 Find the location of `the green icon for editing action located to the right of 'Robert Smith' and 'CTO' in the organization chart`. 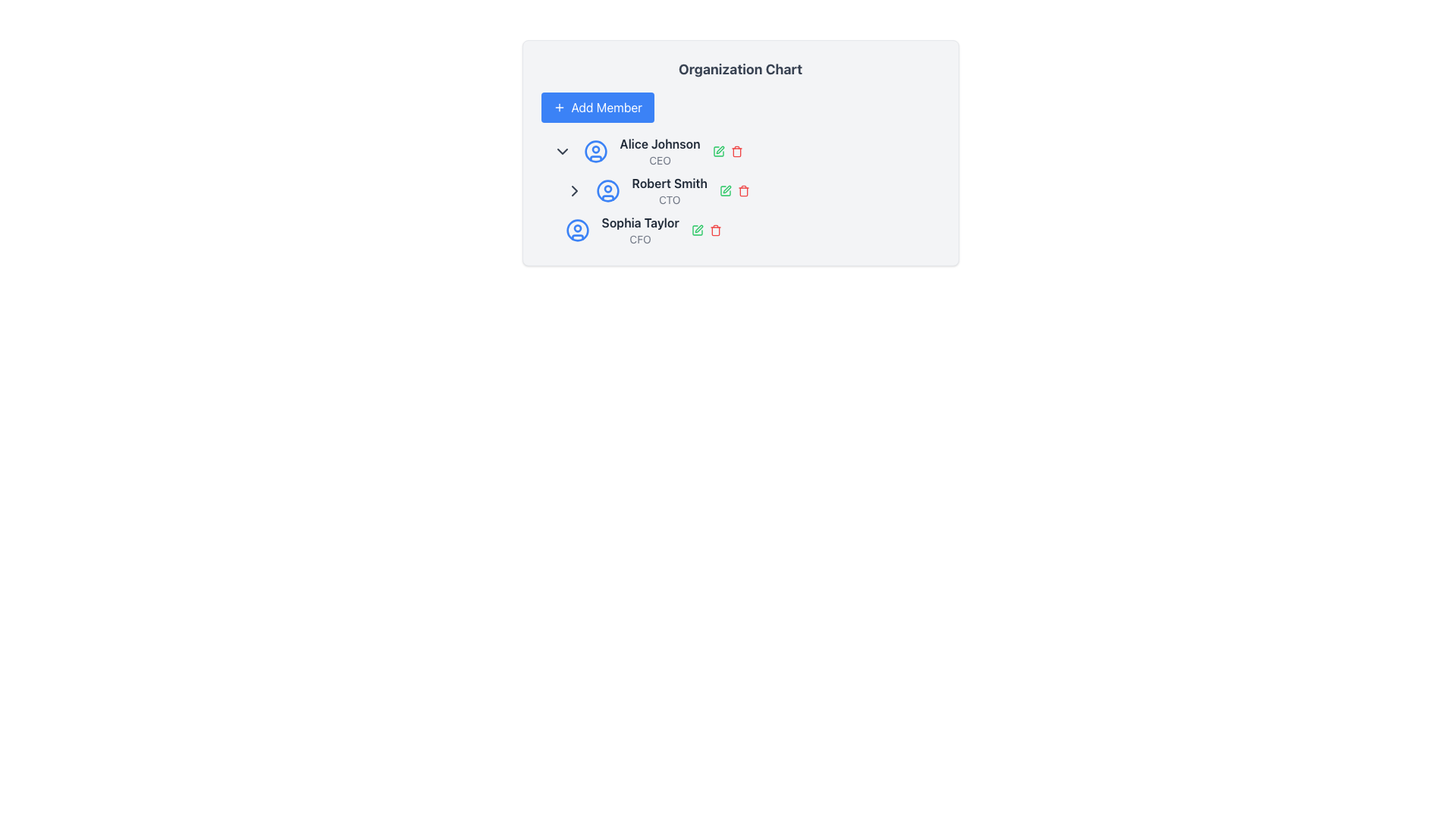

the green icon for editing action located to the right of 'Robert Smith' and 'CTO' in the organization chart is located at coordinates (735, 190).